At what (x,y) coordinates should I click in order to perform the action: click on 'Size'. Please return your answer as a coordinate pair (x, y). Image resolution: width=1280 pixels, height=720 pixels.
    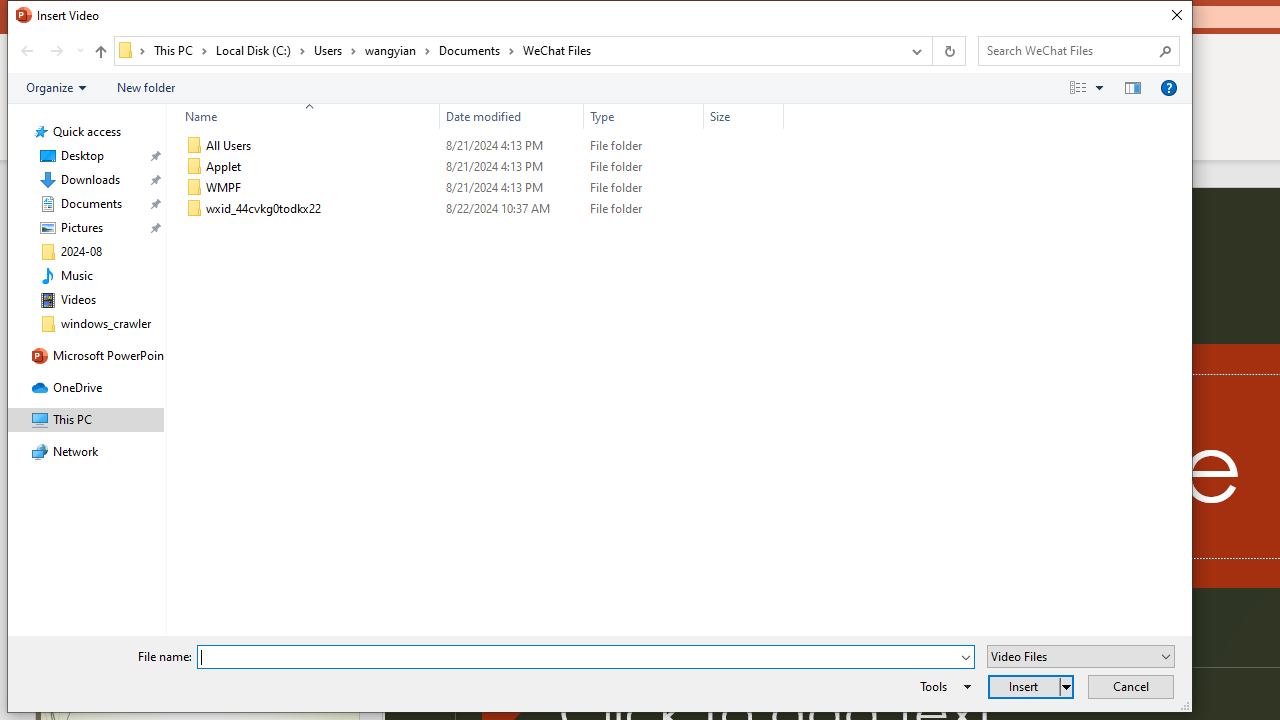
    Looking at the image, I should click on (742, 116).